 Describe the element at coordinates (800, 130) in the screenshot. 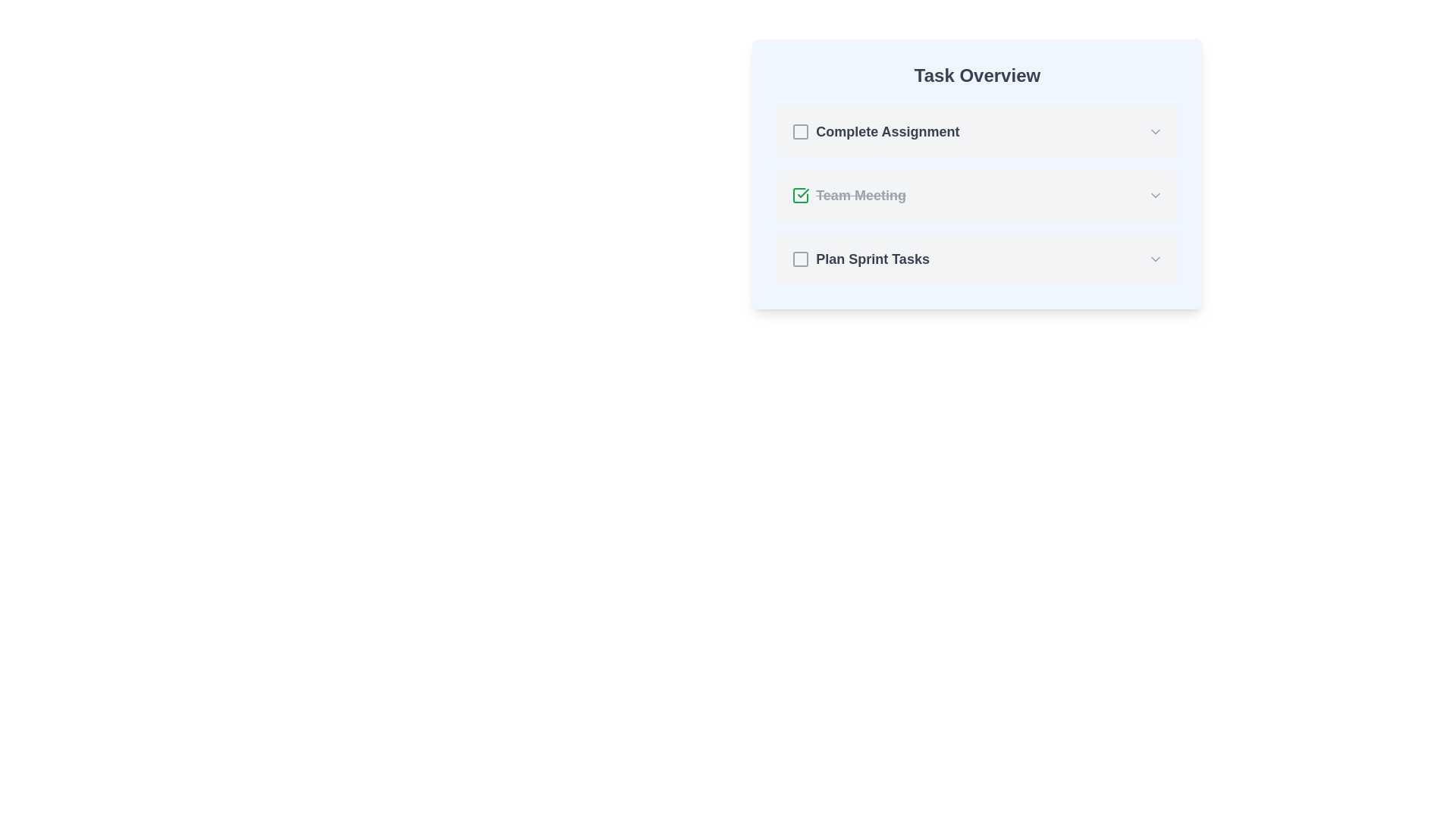

I see `the square-shaped checkbox located in front of the 'Complete Assignment' text in the task overview interface` at that location.